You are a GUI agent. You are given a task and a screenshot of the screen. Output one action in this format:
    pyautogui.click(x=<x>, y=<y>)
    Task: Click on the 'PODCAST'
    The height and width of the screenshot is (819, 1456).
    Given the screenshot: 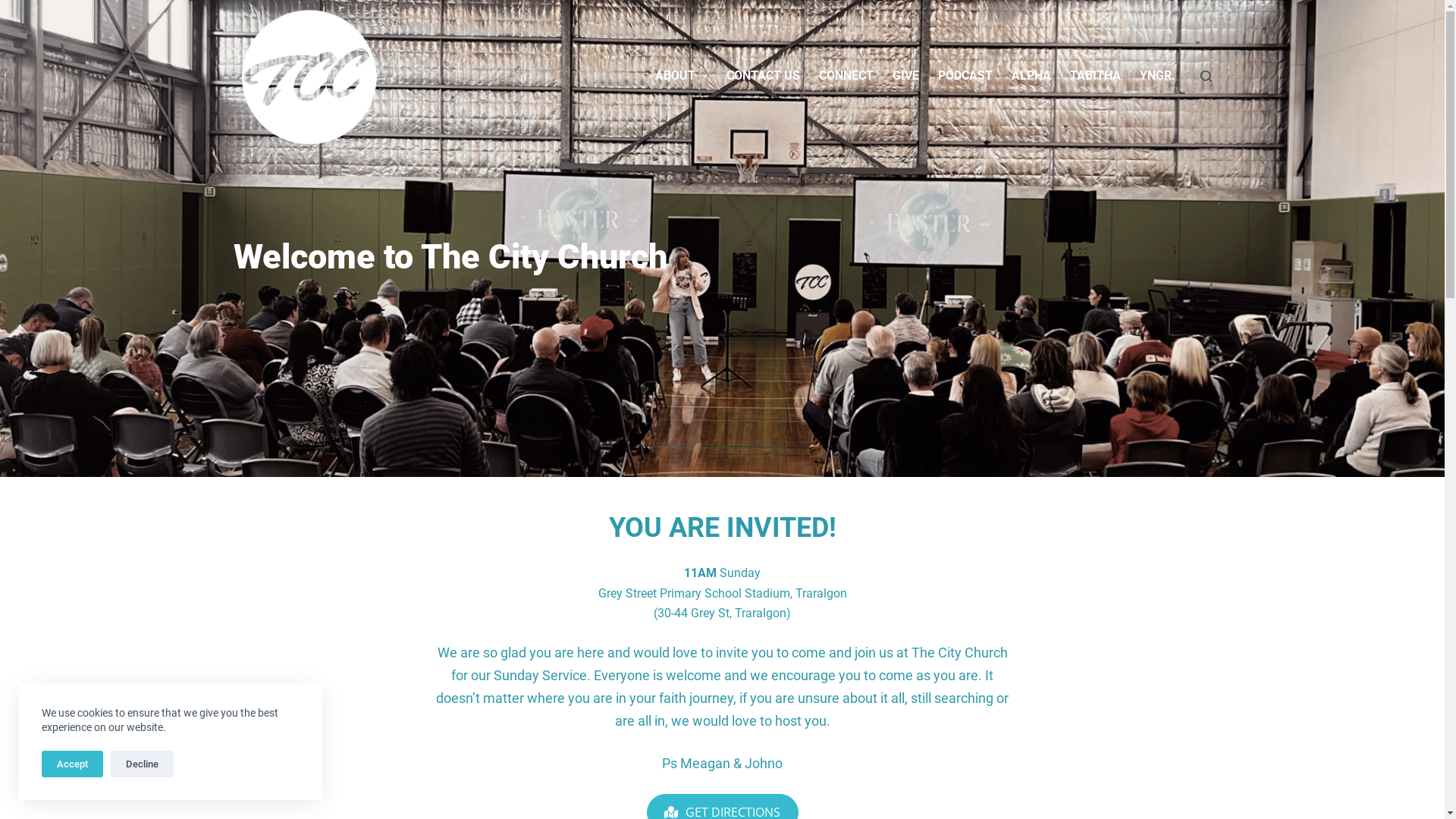 What is the action you would take?
    pyautogui.click(x=964, y=76)
    